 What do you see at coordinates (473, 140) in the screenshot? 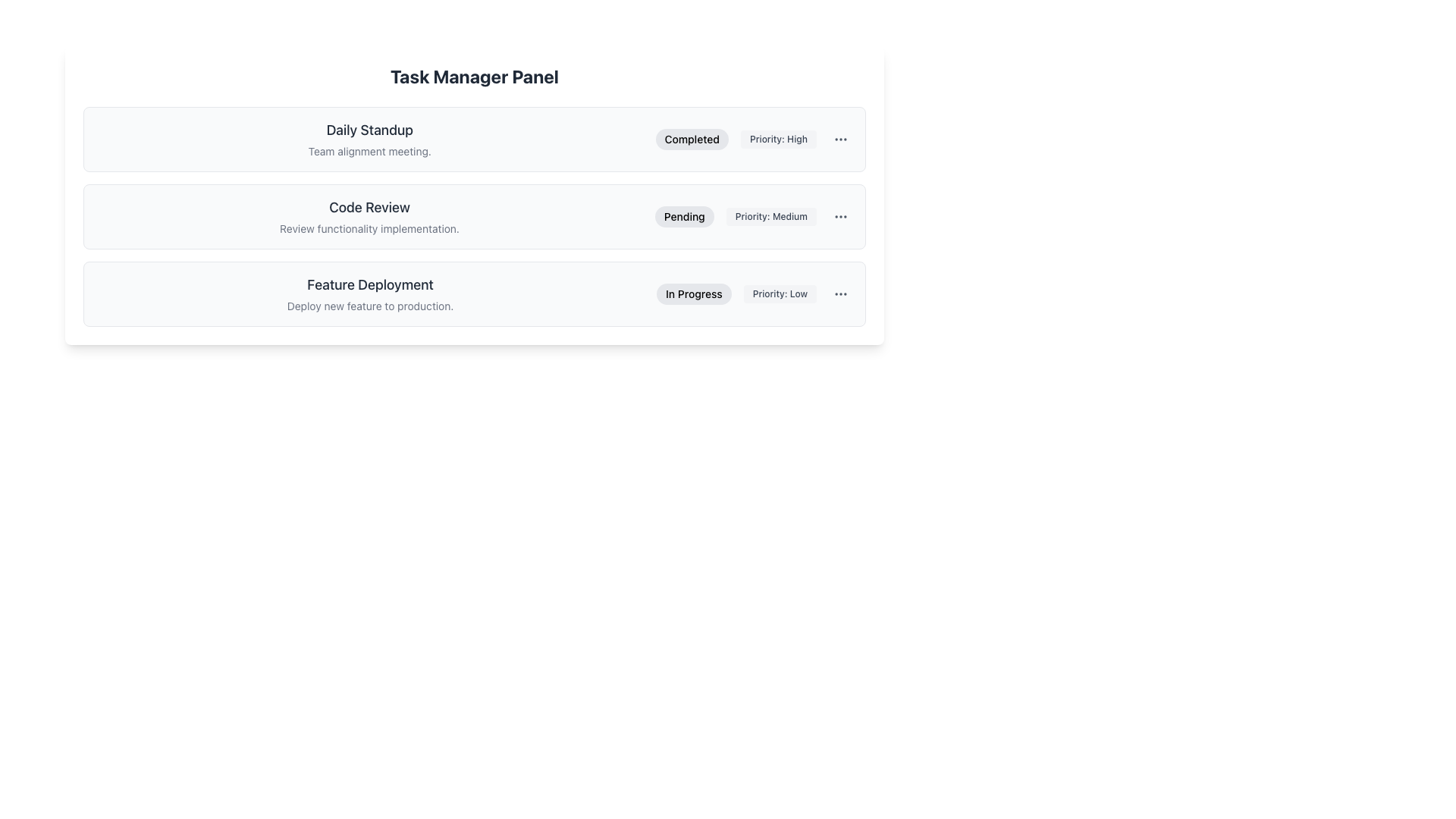
I see `the status indicator of the first task card in the Task Manager Panel` at bounding box center [473, 140].